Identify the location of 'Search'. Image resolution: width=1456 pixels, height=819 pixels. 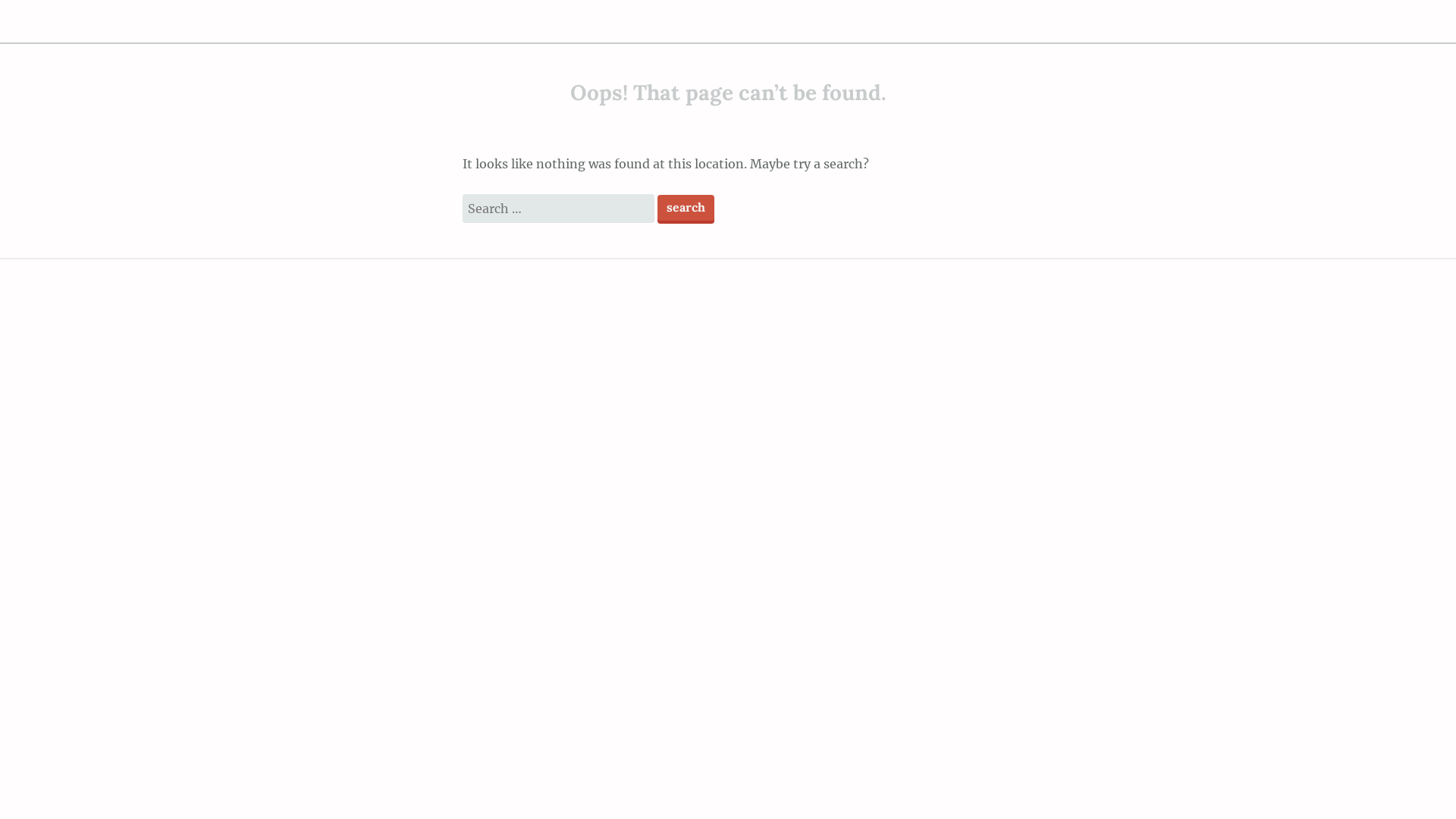
(685, 207).